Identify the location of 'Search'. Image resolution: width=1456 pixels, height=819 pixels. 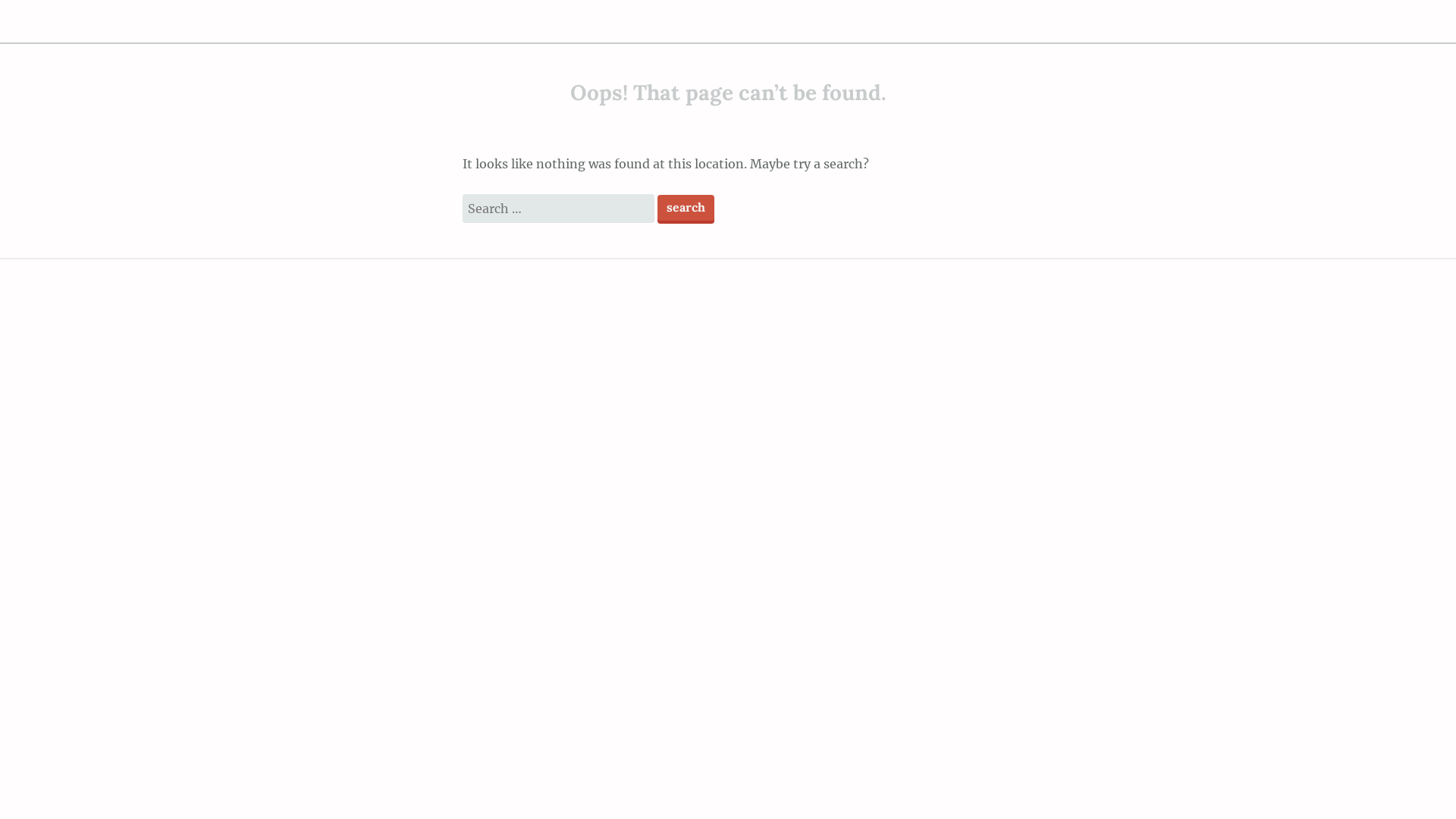
(685, 207).